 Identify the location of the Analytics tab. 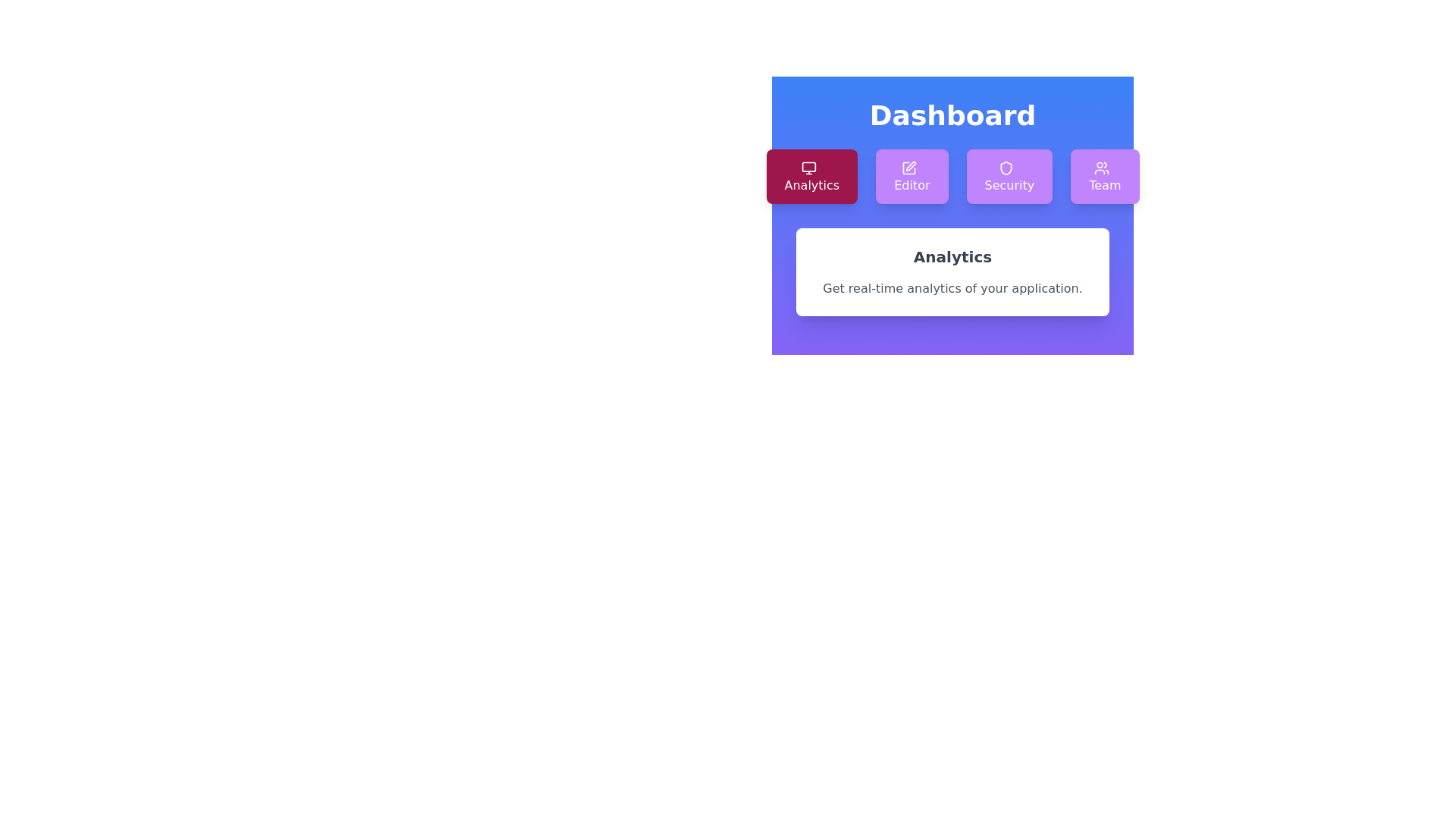
(811, 175).